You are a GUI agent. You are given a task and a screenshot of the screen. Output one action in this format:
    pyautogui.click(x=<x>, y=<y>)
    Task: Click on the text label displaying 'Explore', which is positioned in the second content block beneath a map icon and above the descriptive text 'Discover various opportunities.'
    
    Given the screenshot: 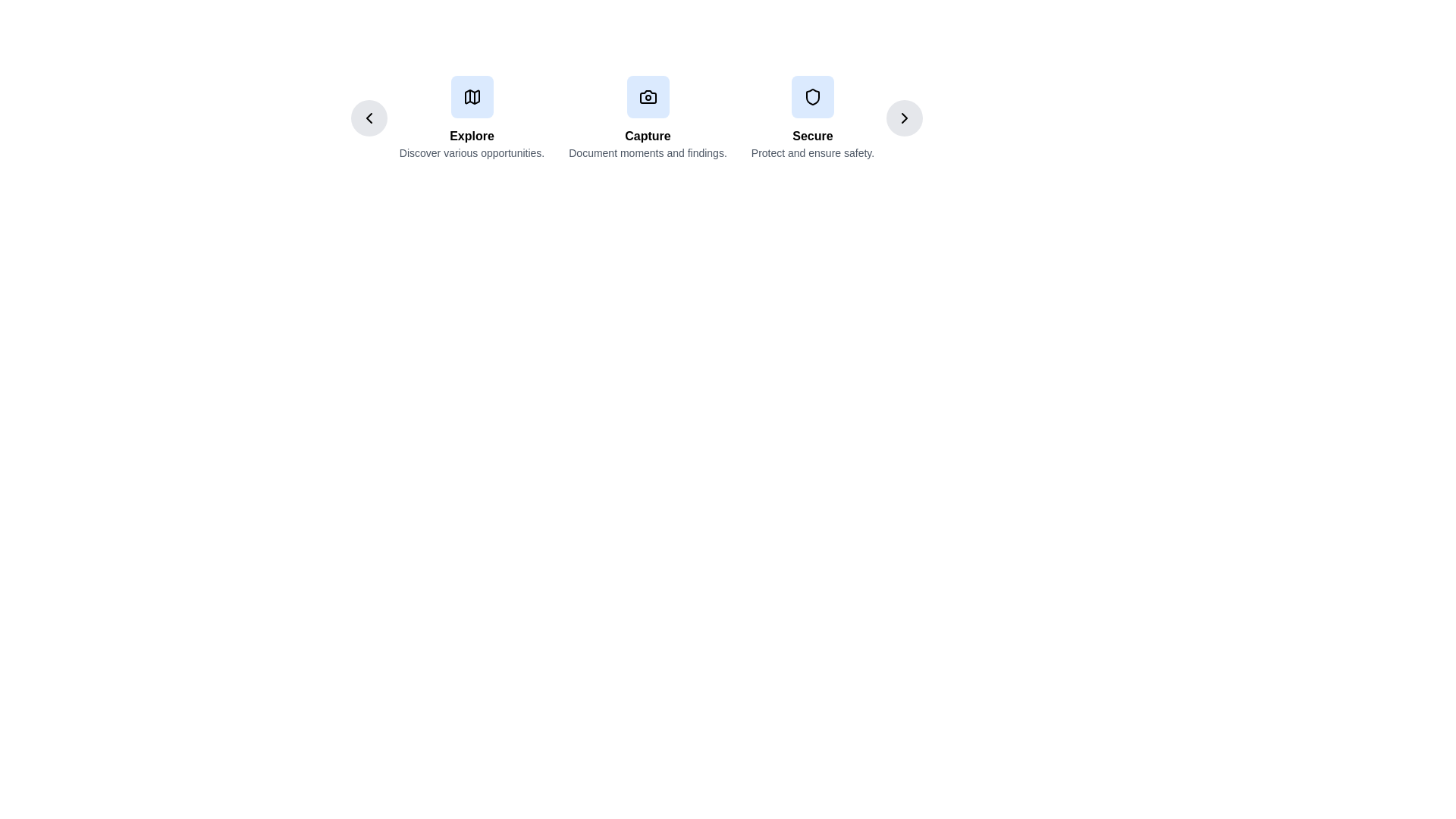 What is the action you would take?
    pyautogui.click(x=471, y=136)
    